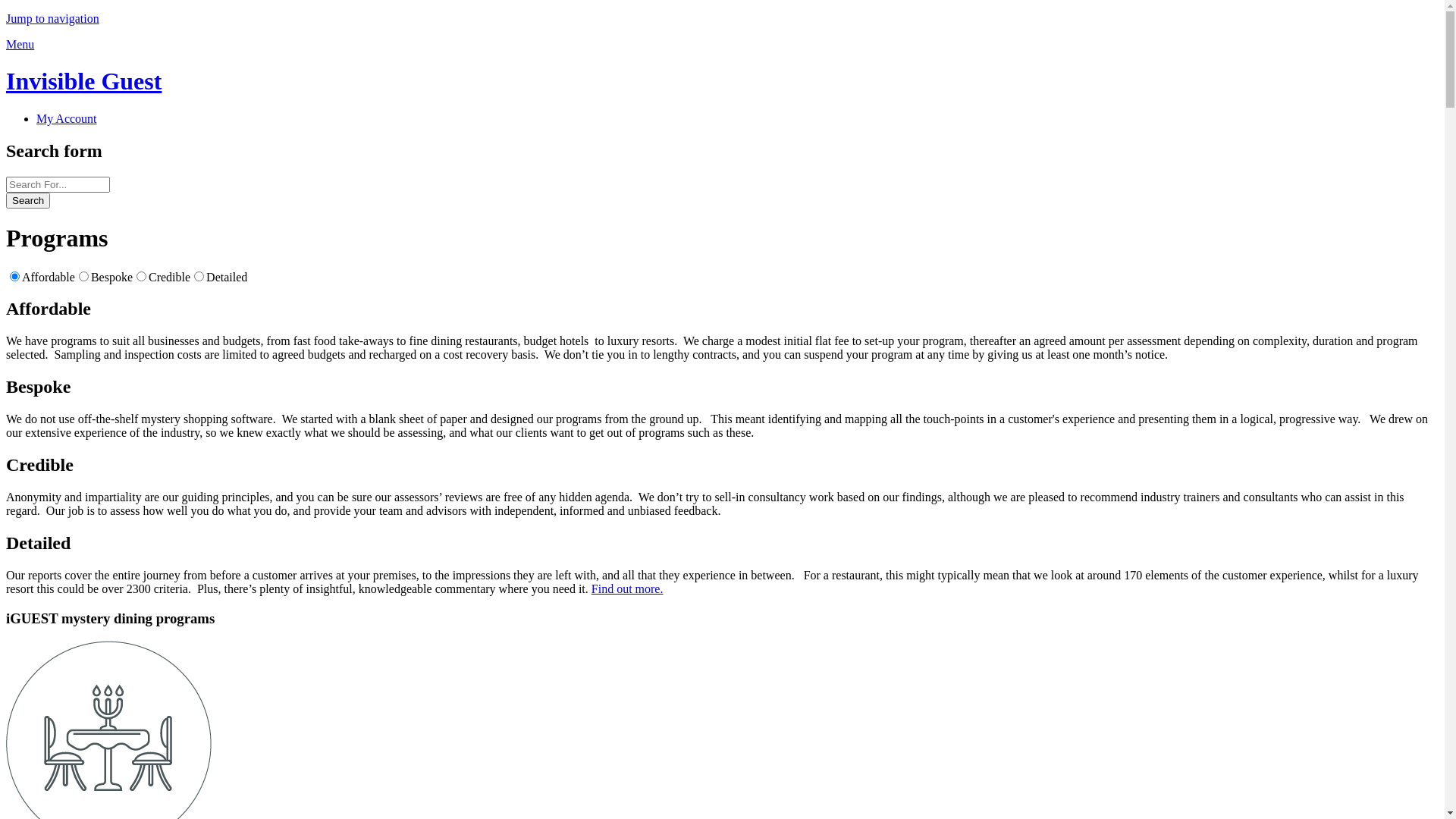 This screenshot has width=1456, height=819. What do you see at coordinates (20, 43) in the screenshot?
I see `'Menu'` at bounding box center [20, 43].